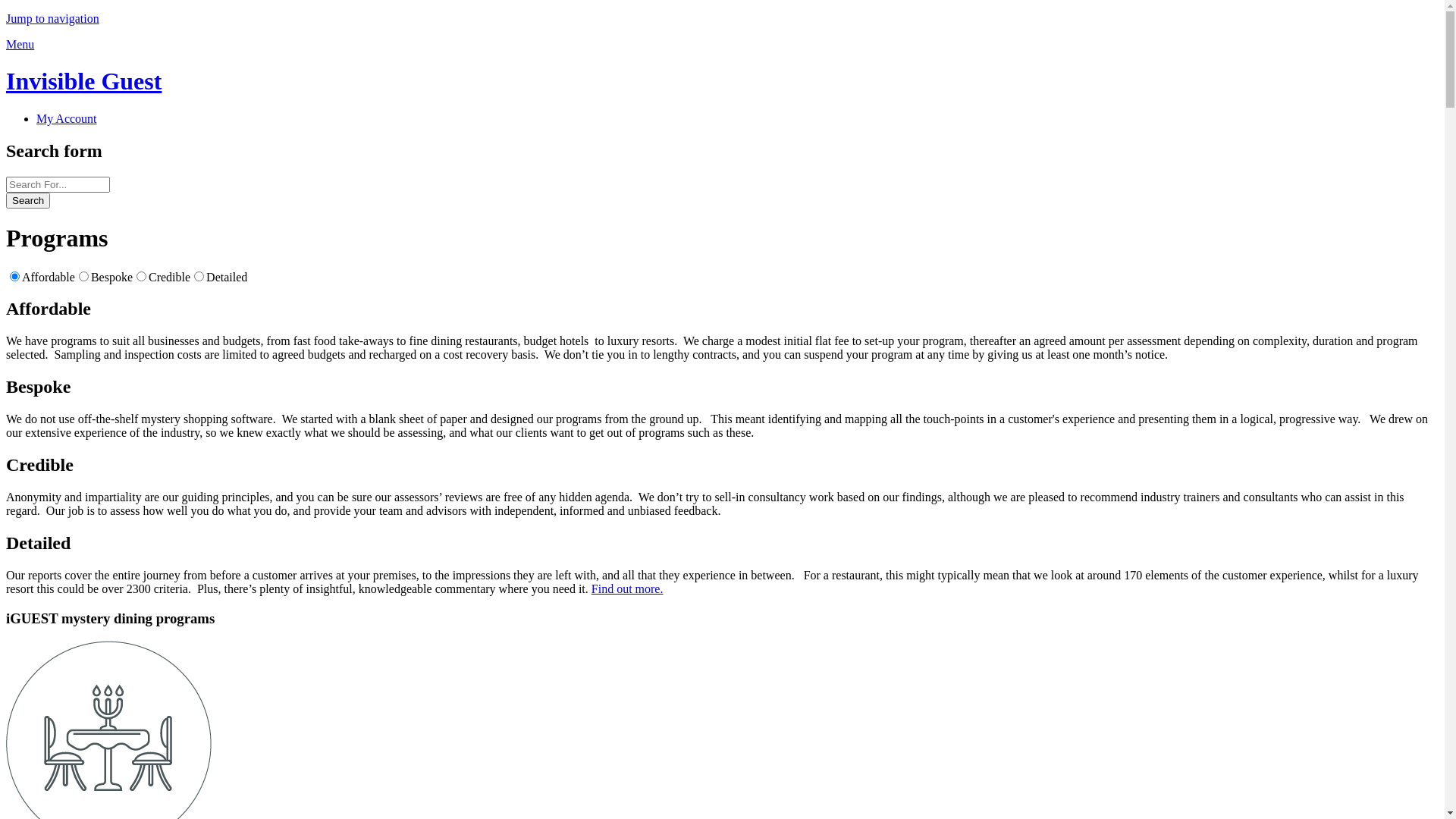 This screenshot has width=1456, height=819. What do you see at coordinates (20, 43) in the screenshot?
I see `'Menu'` at bounding box center [20, 43].